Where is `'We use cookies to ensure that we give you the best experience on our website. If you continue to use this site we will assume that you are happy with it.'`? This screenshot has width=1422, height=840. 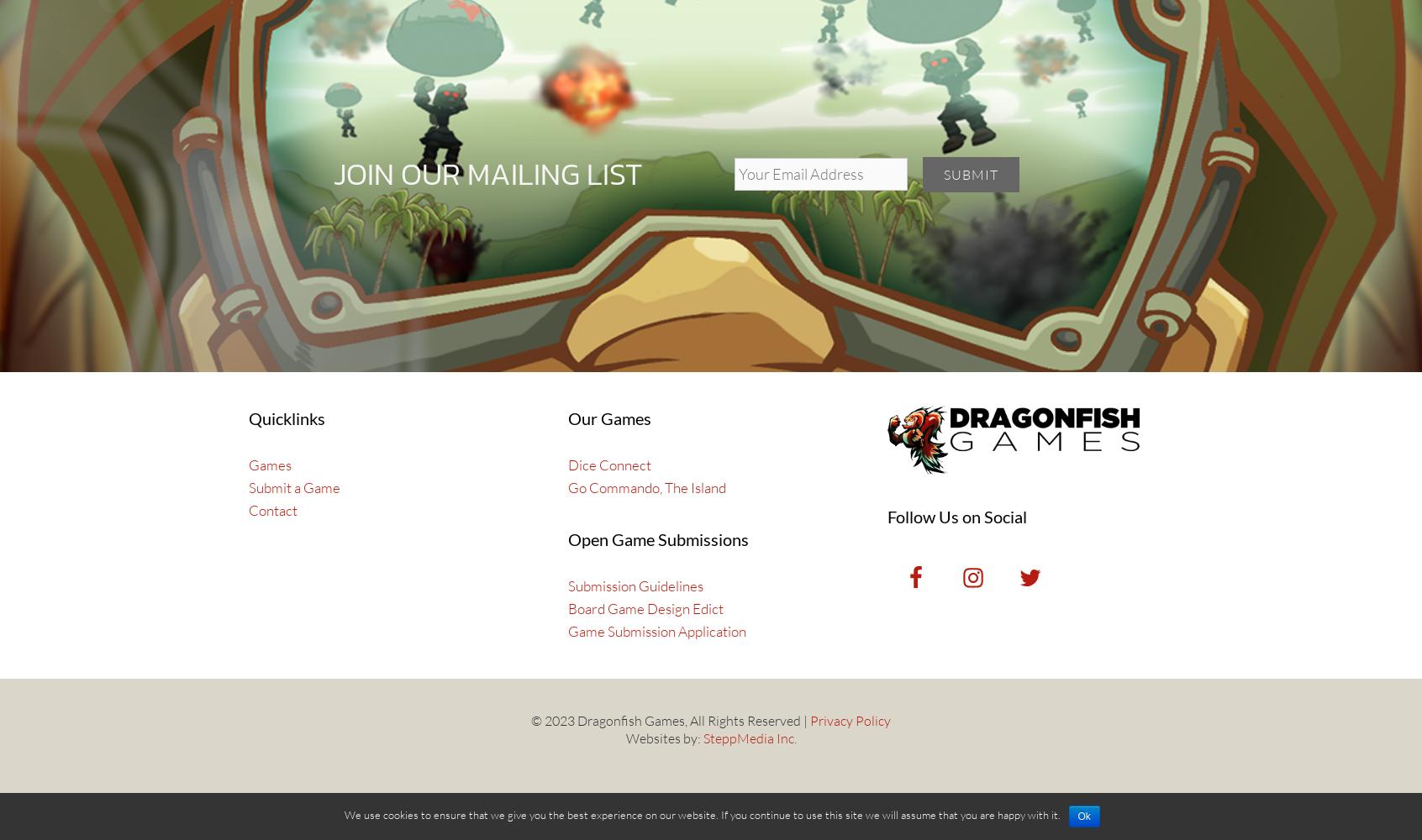
'We use cookies to ensure that we give you the best experience on our website. If you continue to use this site we will assume that you are happy with it.' is located at coordinates (343, 814).